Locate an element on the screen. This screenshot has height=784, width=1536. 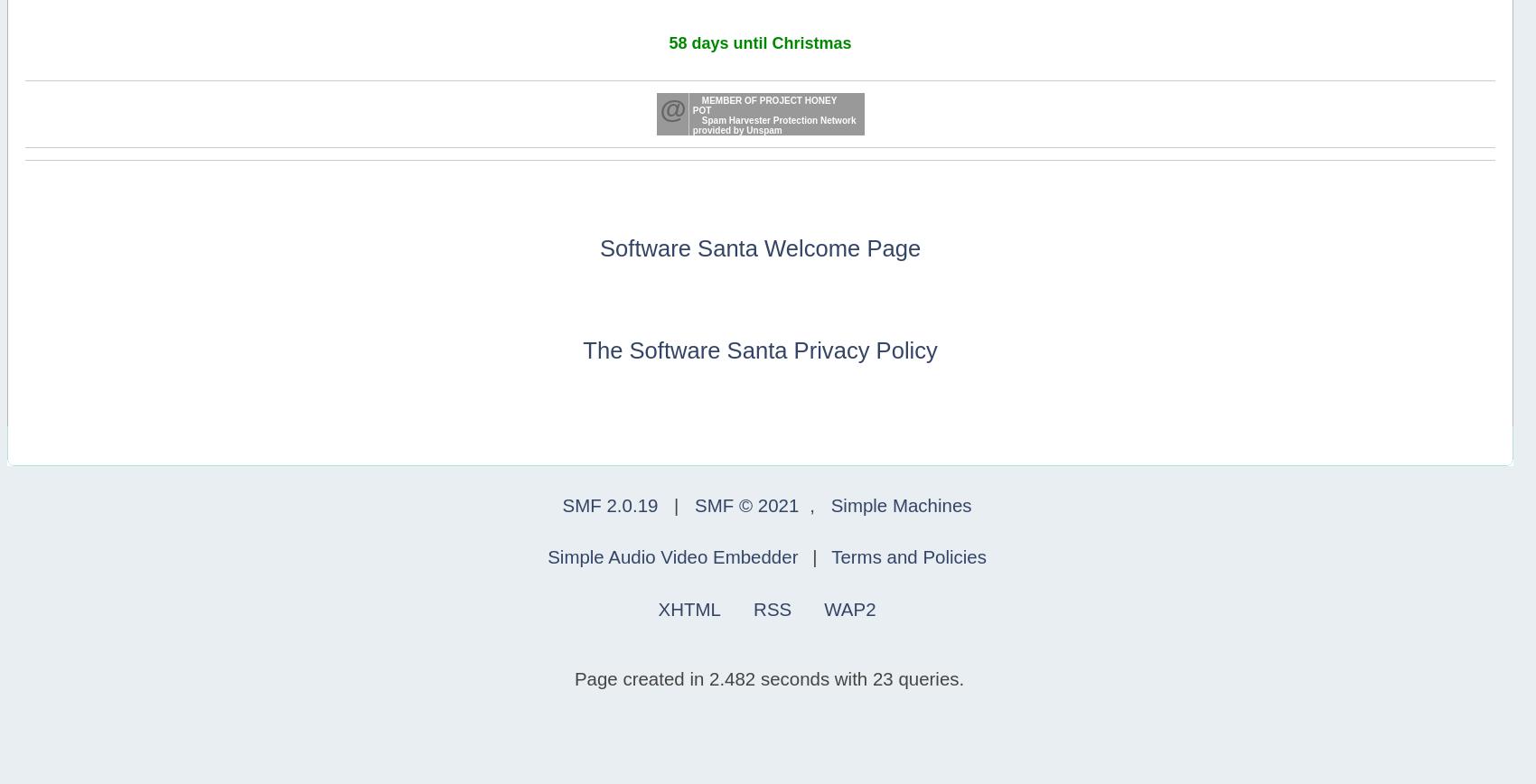
',' is located at coordinates (814, 505).